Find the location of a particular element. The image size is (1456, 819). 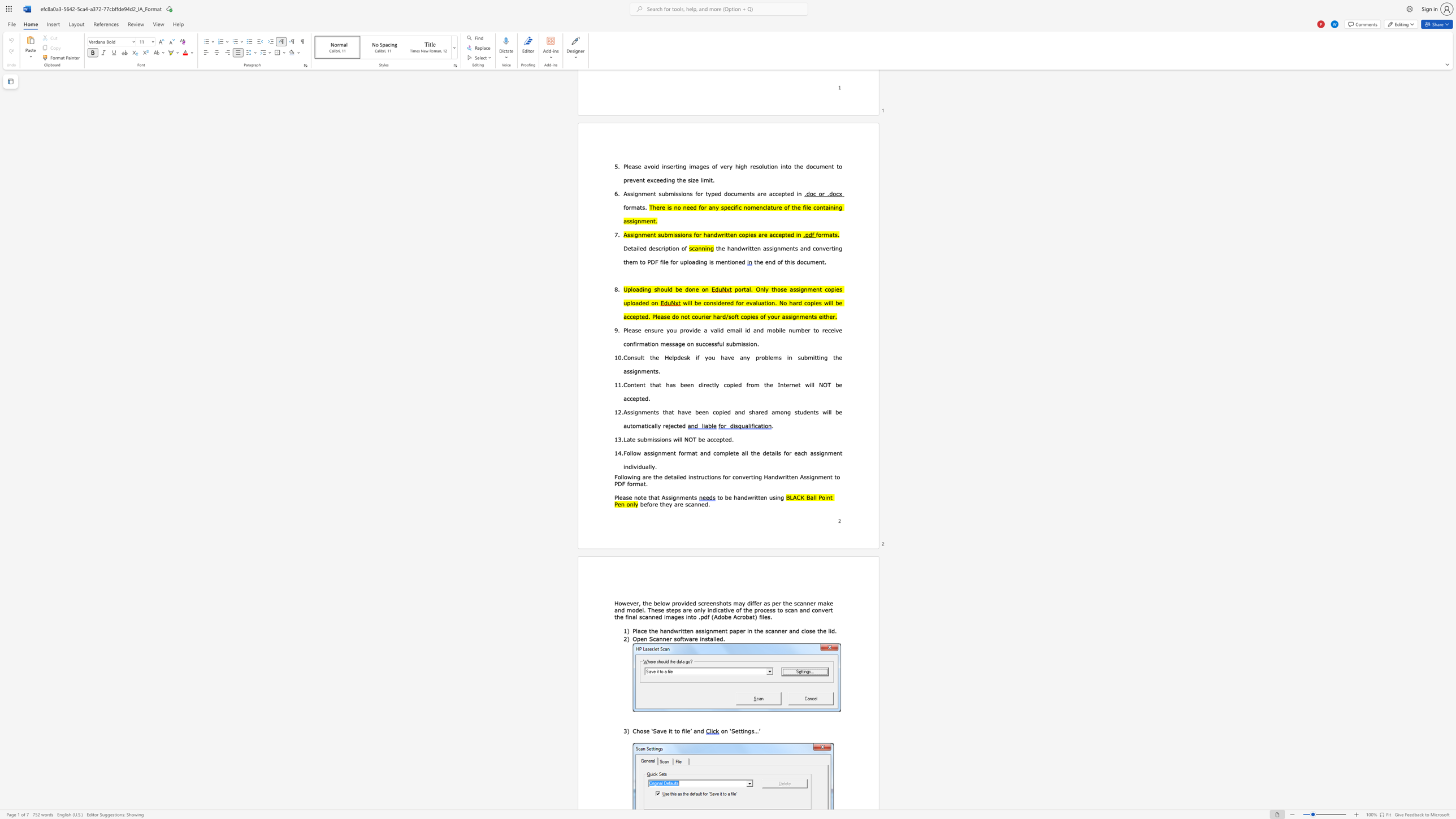

the subset text "or" within the text "nstructions for" is located at coordinates (724, 476).